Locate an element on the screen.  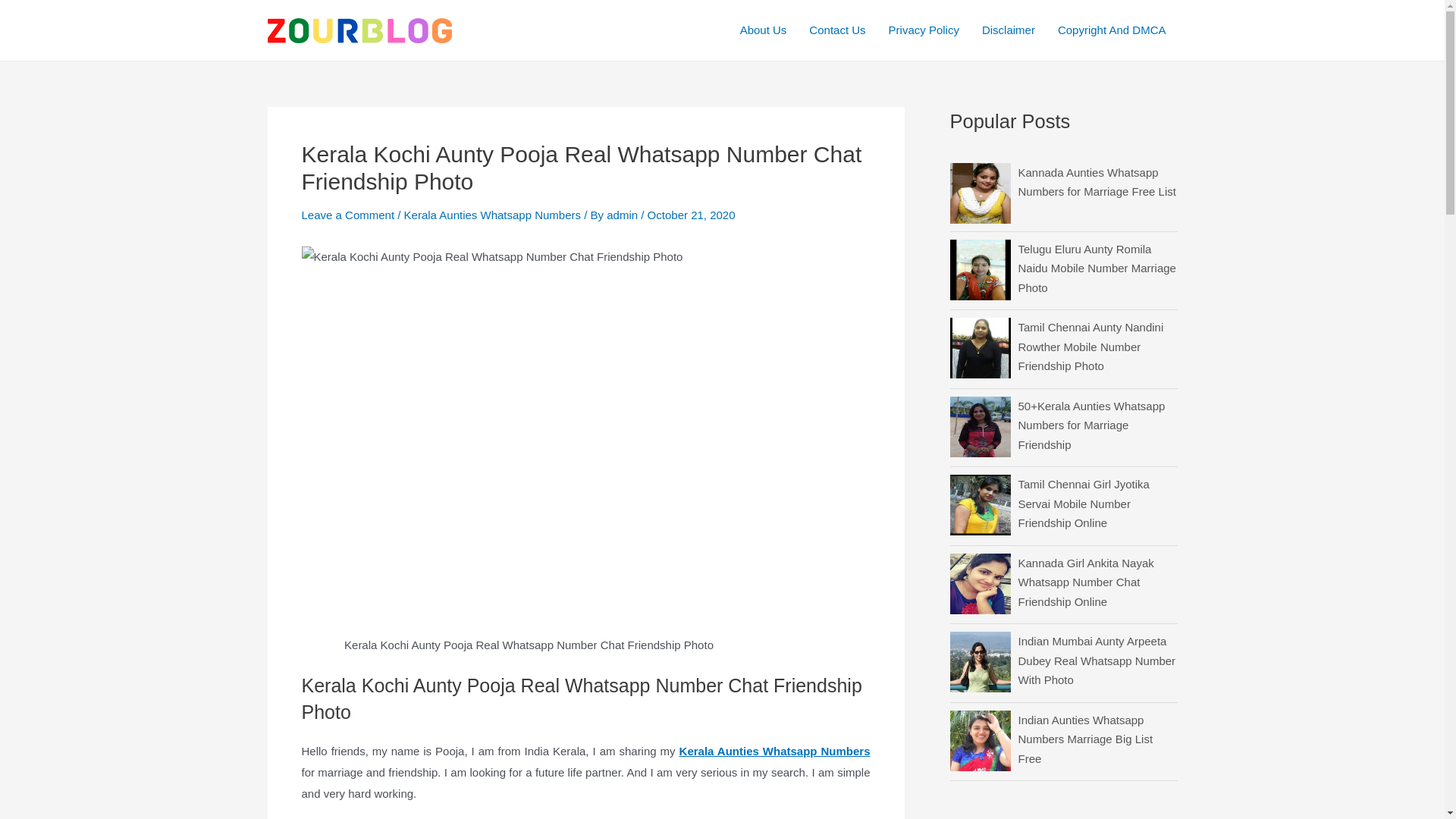
'Leave a Comment' is located at coordinates (347, 215).